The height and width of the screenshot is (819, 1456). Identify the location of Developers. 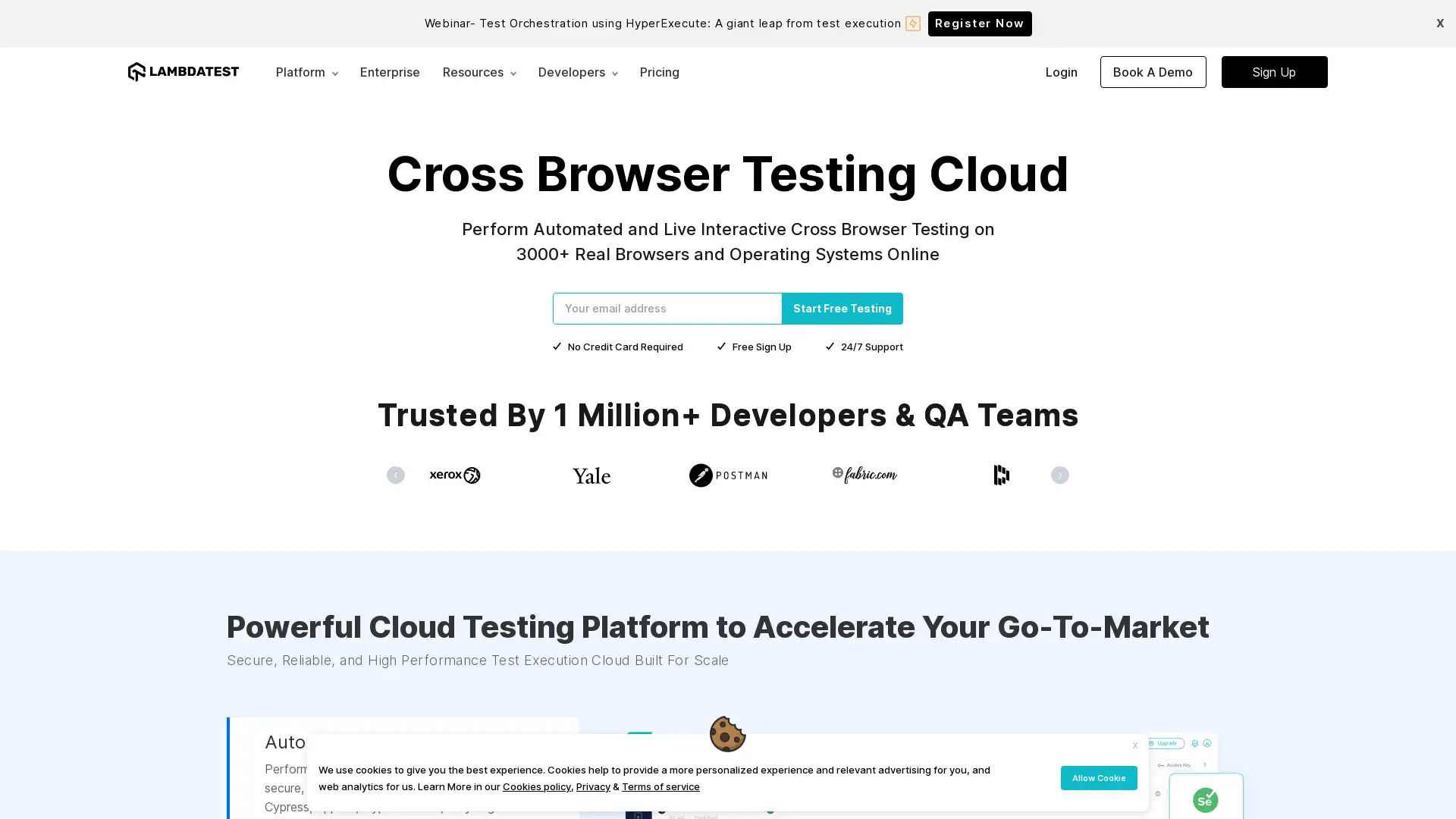
(577, 71).